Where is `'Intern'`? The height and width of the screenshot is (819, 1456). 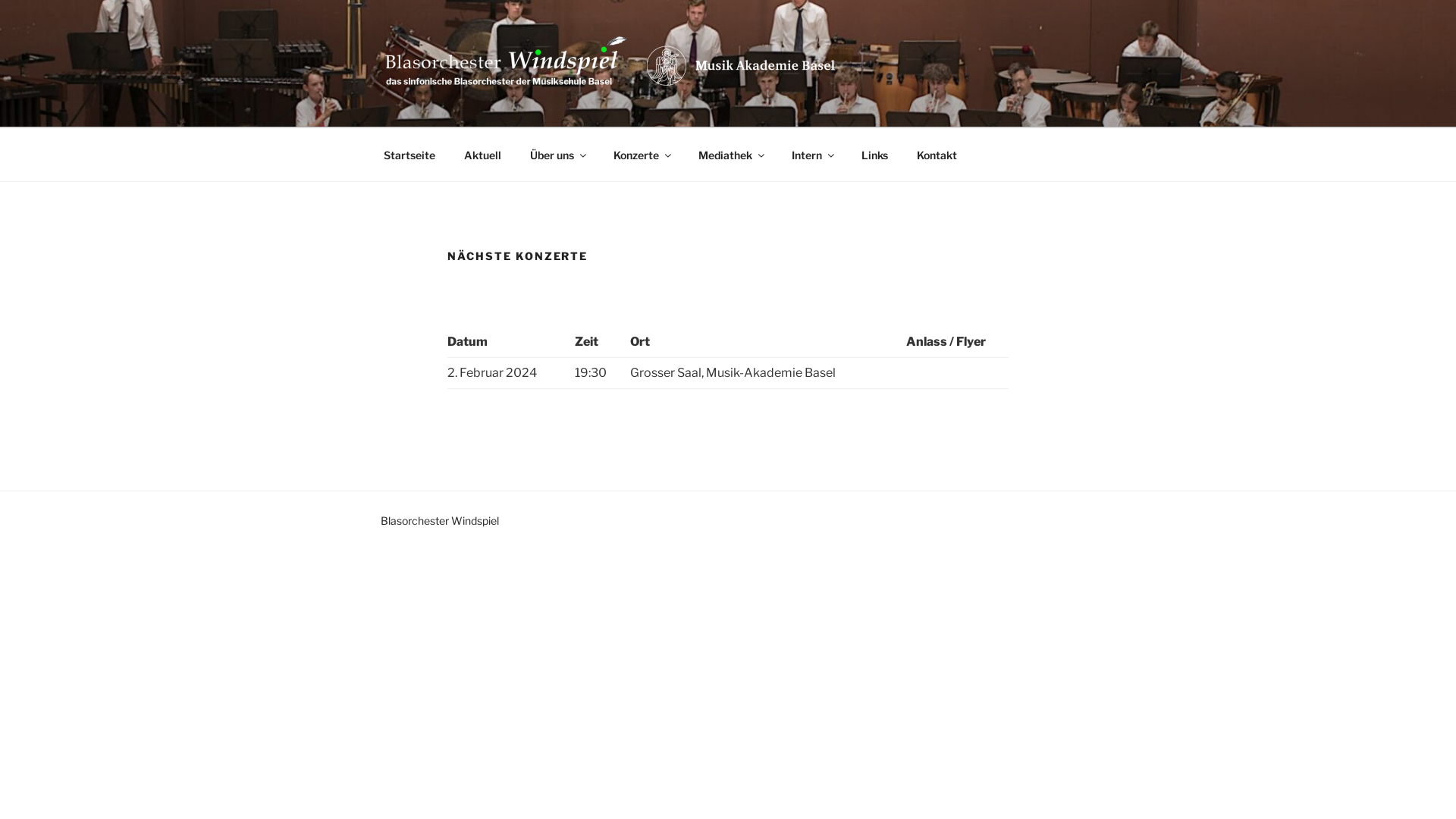
'Intern' is located at coordinates (811, 155).